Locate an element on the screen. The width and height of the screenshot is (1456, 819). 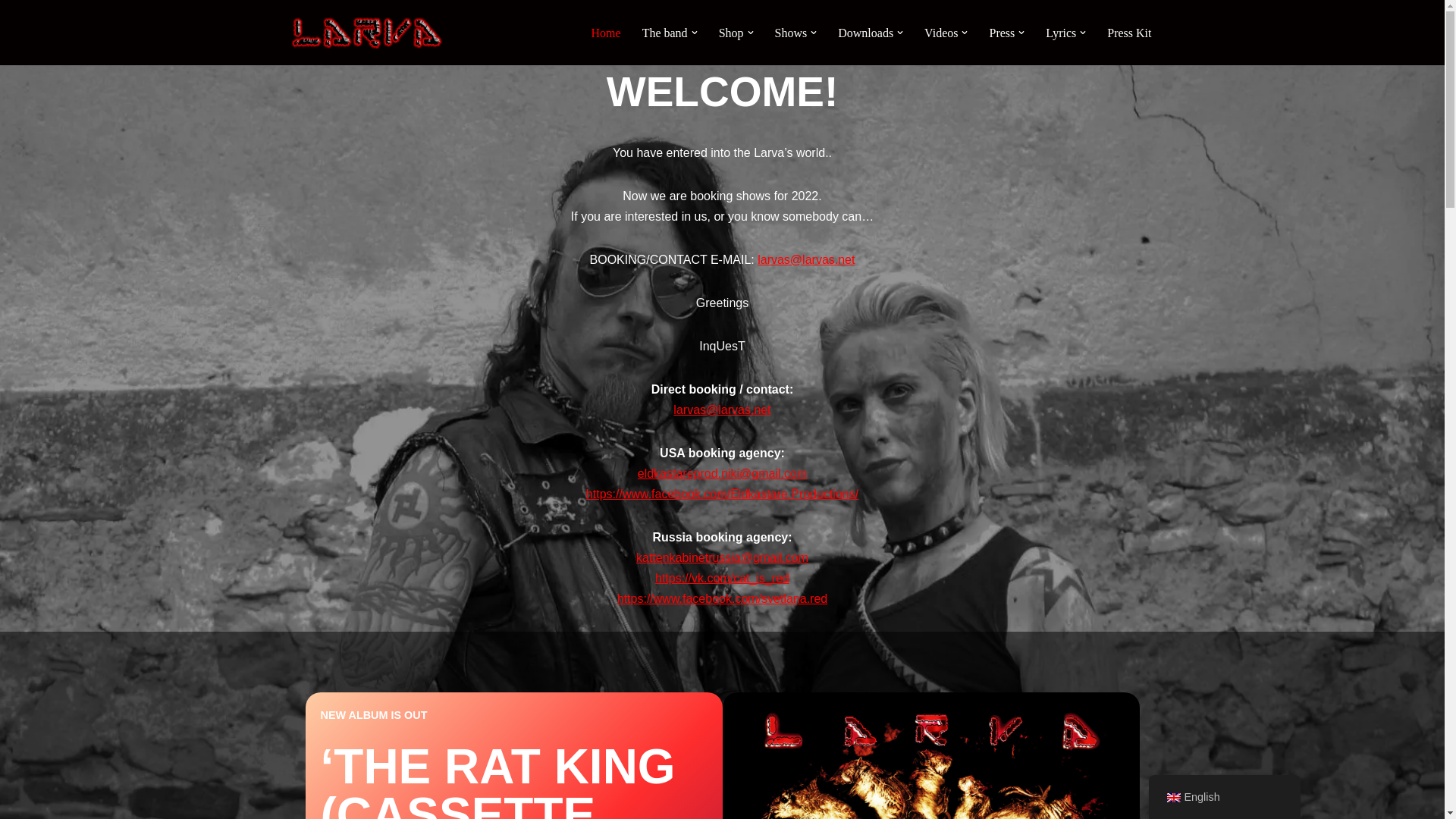
'Press Kit' is located at coordinates (1128, 33).